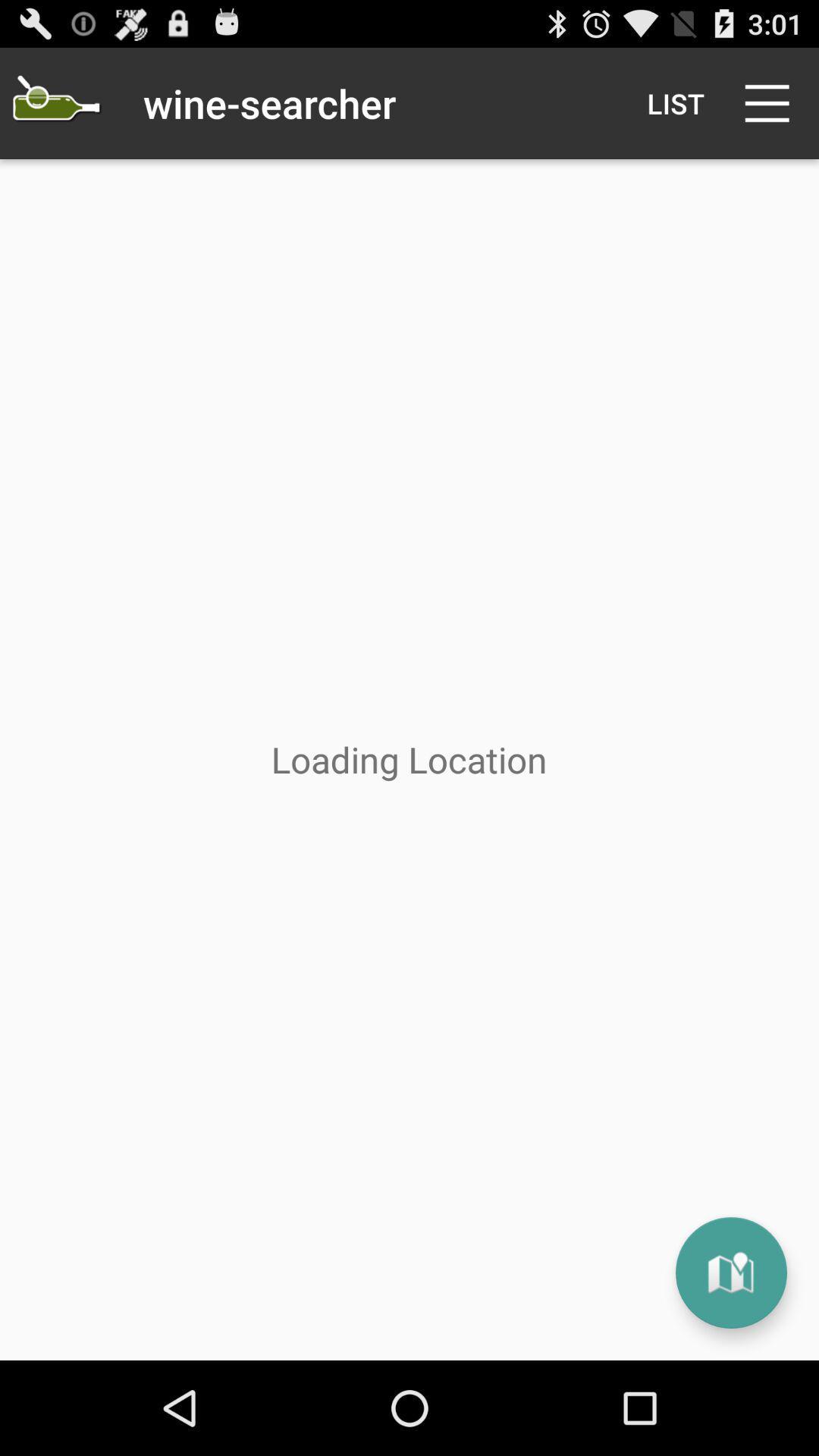  I want to click on icon to the right of list, so click(771, 102).